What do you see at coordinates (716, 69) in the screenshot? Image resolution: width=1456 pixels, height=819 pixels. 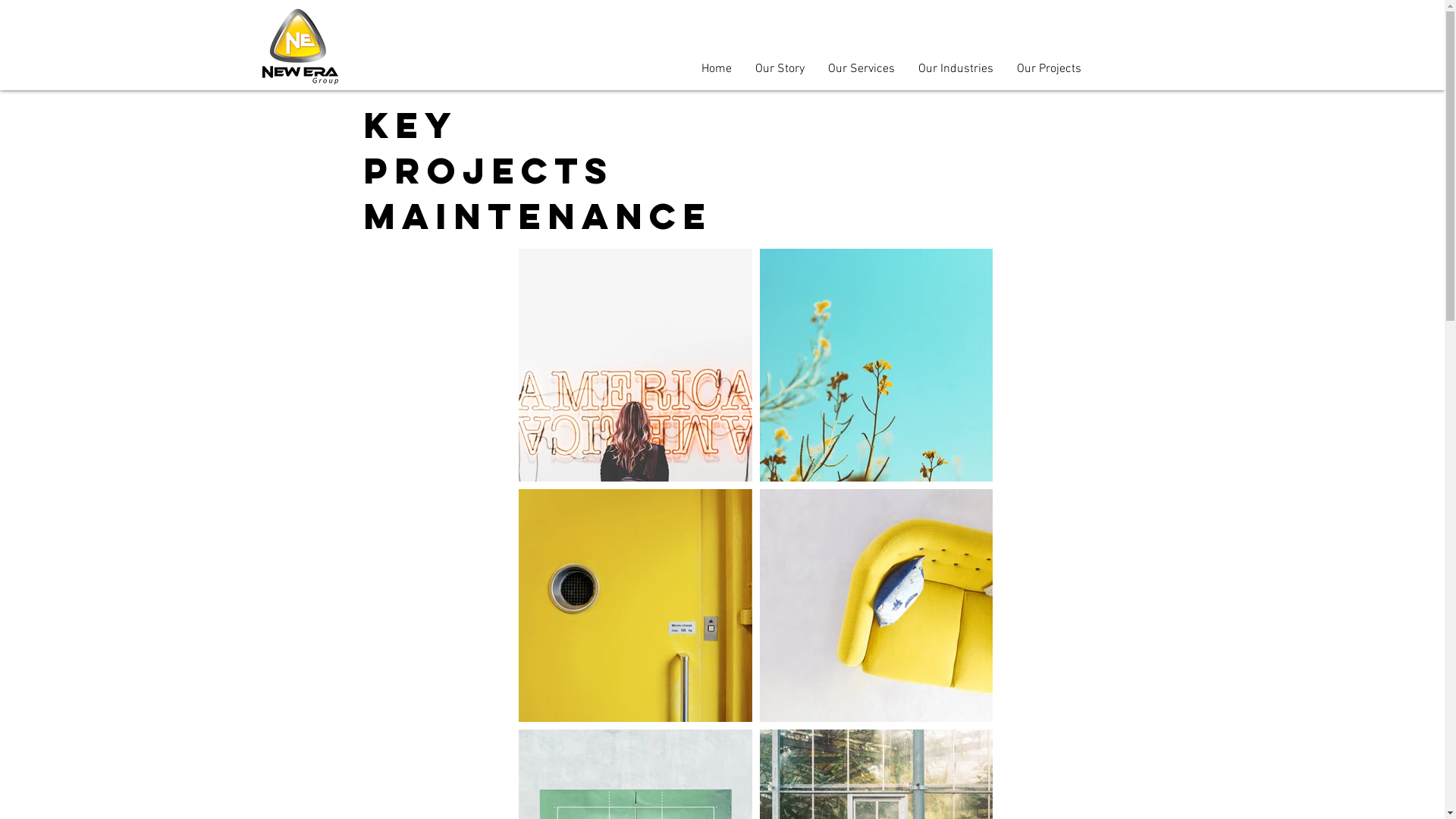 I see `'Home'` at bounding box center [716, 69].